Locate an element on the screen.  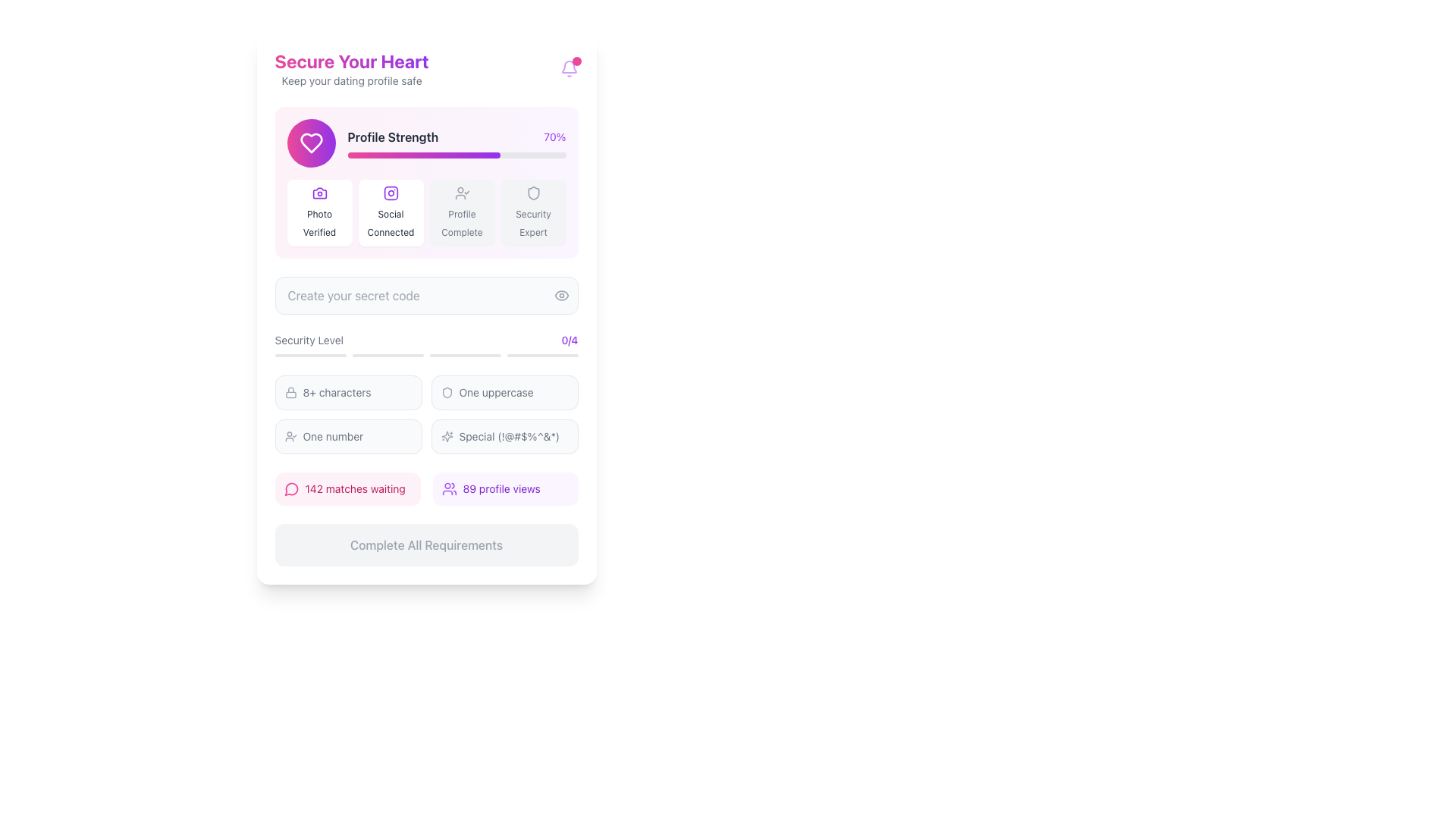
the label displaying '8+ characters' in the Security Level section, which is styled with a gray color and has a lock icon on its left side is located at coordinates (347, 391).